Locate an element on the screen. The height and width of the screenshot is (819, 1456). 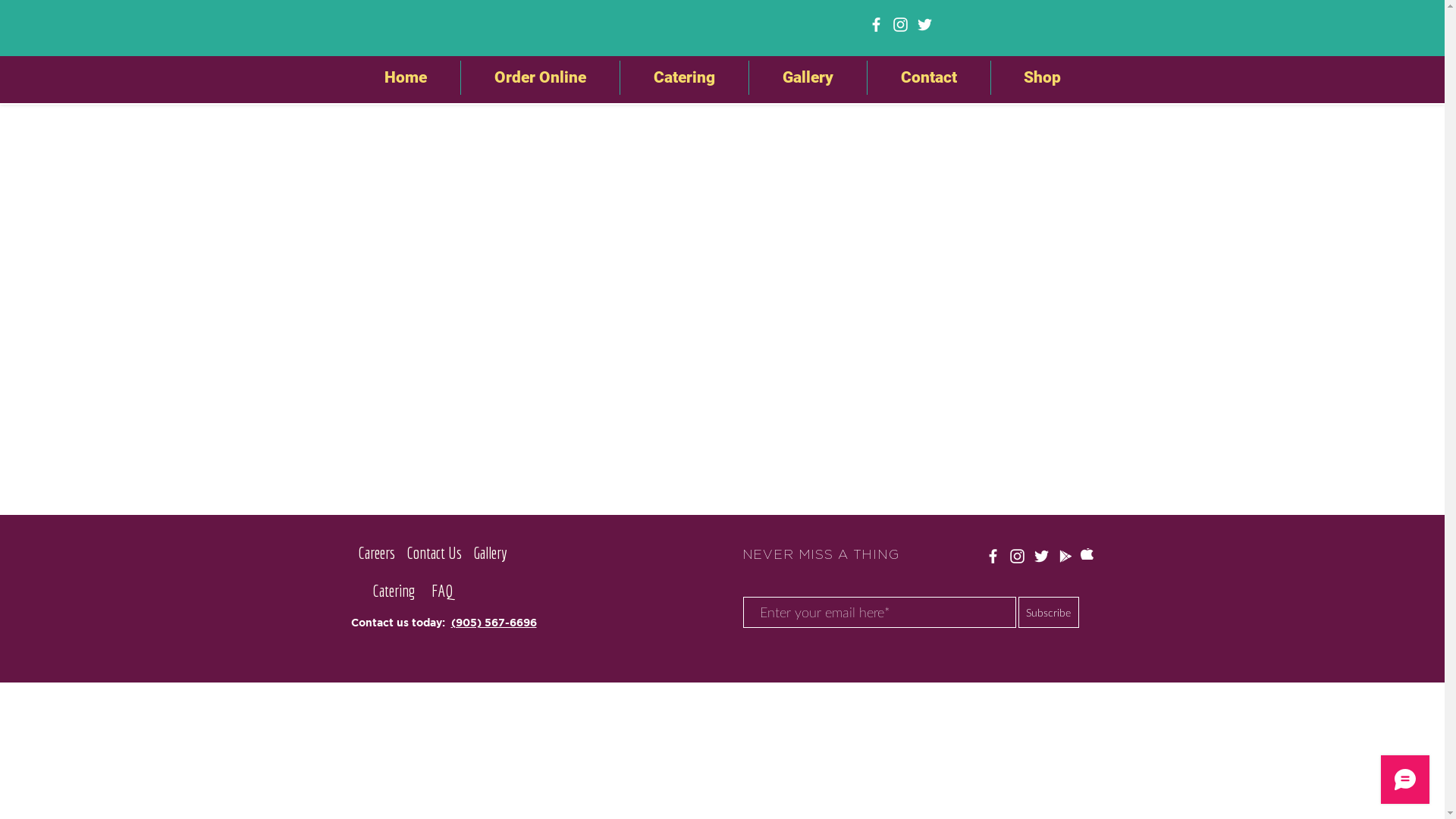
'Order Online' is located at coordinates (540, 77).